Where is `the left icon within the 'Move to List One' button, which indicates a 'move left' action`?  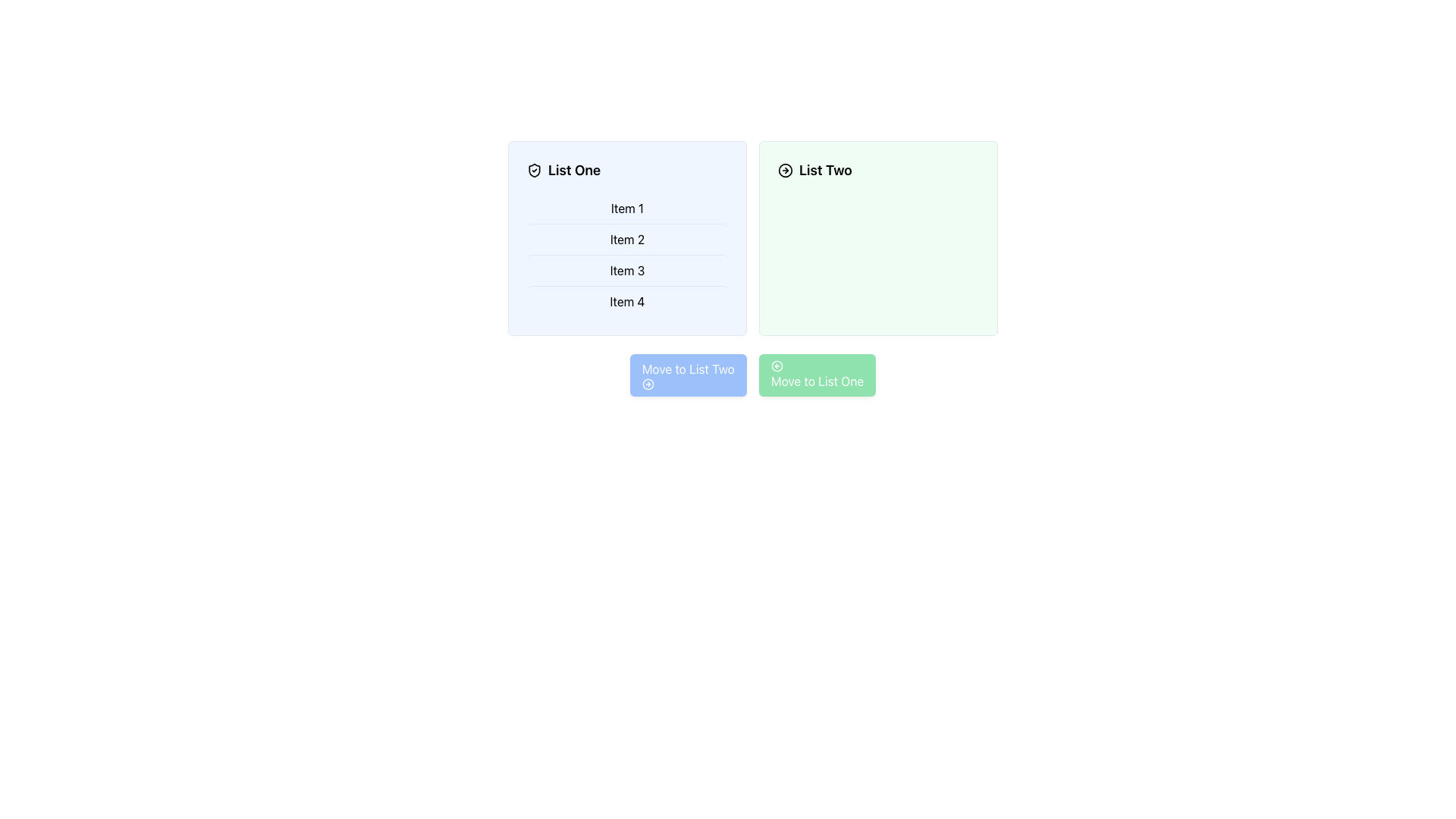
the left icon within the 'Move to List One' button, which indicates a 'move left' action is located at coordinates (777, 366).